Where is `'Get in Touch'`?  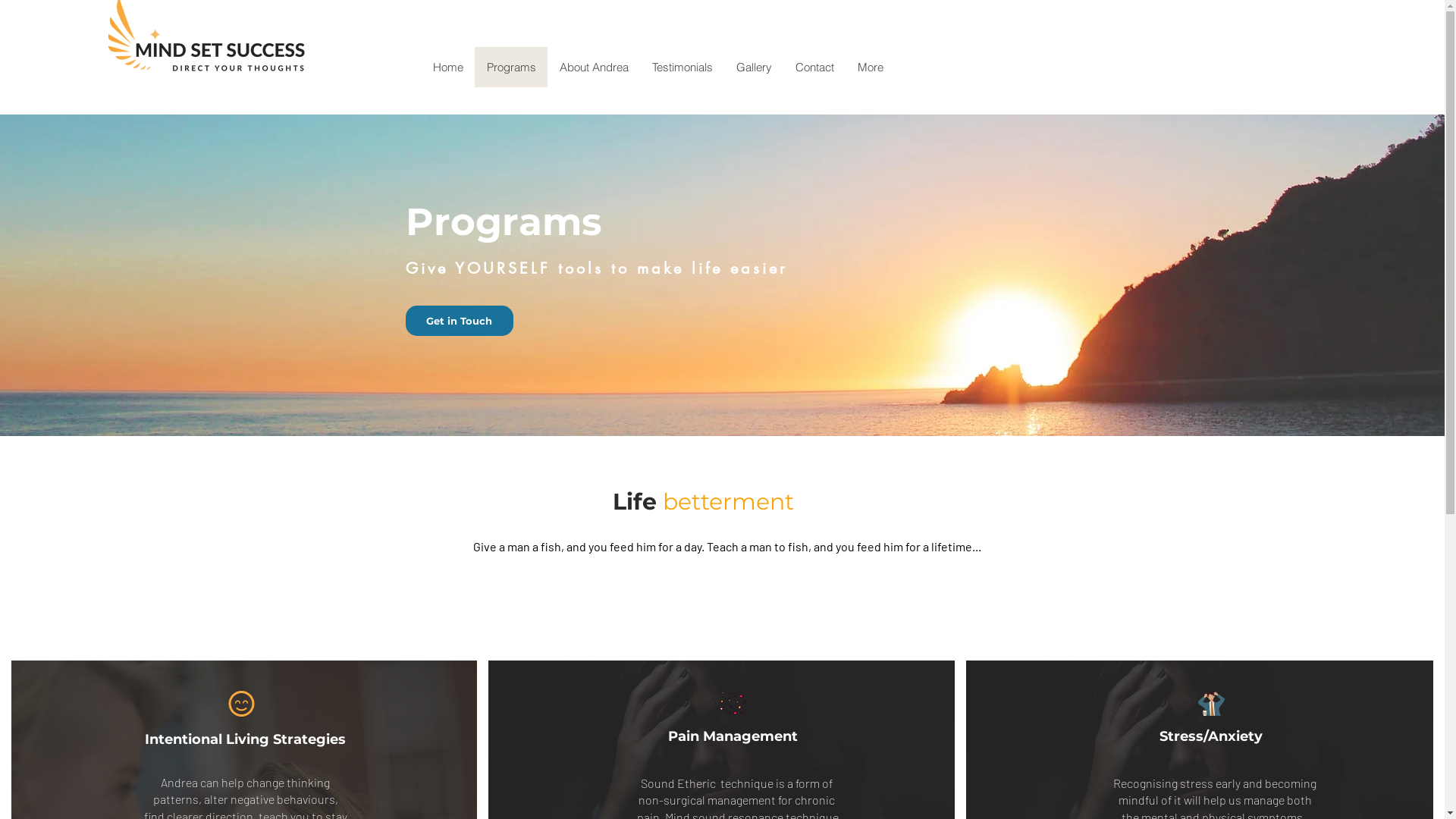 'Get in Touch' is located at coordinates (404, 320).